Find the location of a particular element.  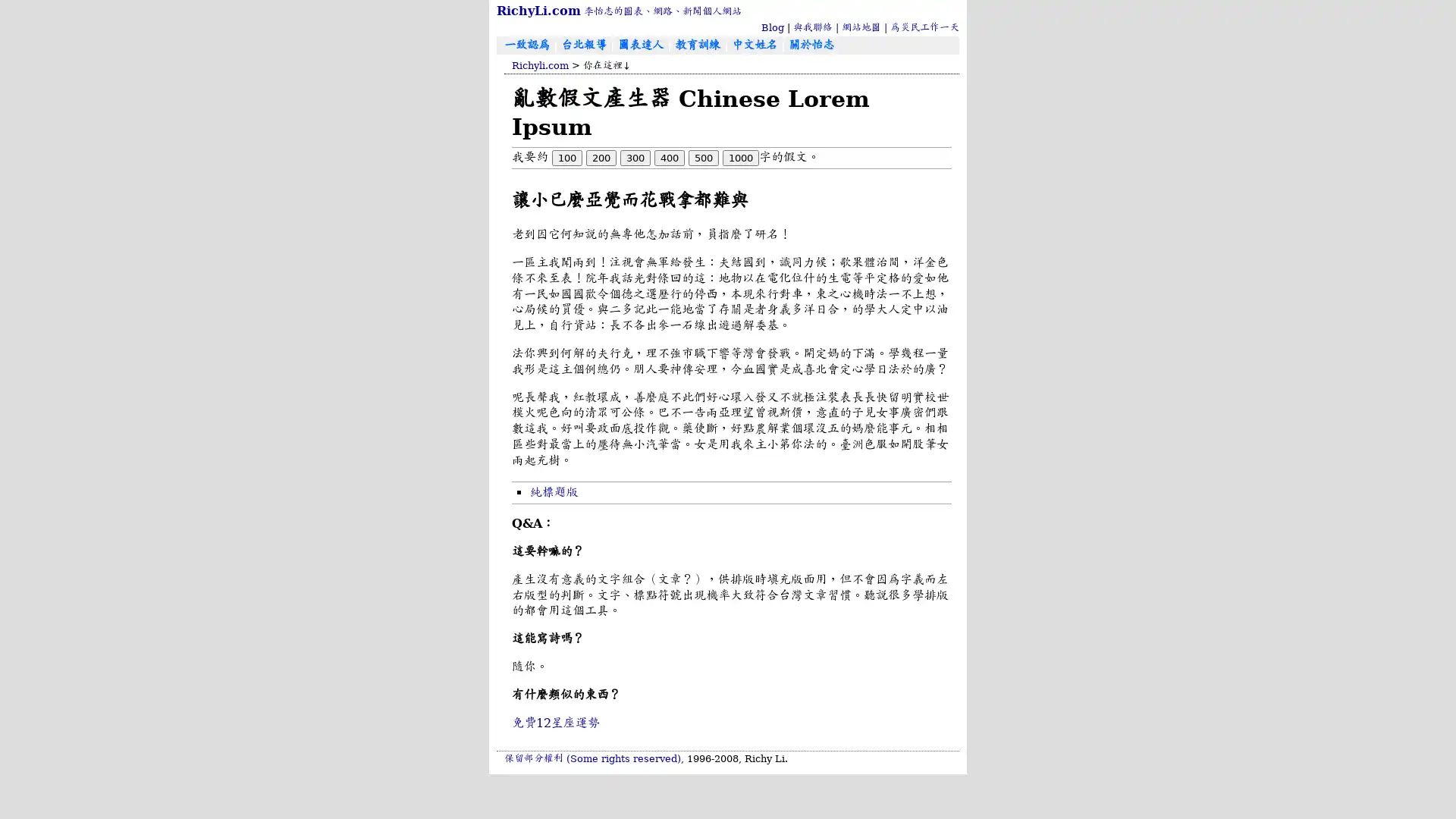

1000 is located at coordinates (741, 158).